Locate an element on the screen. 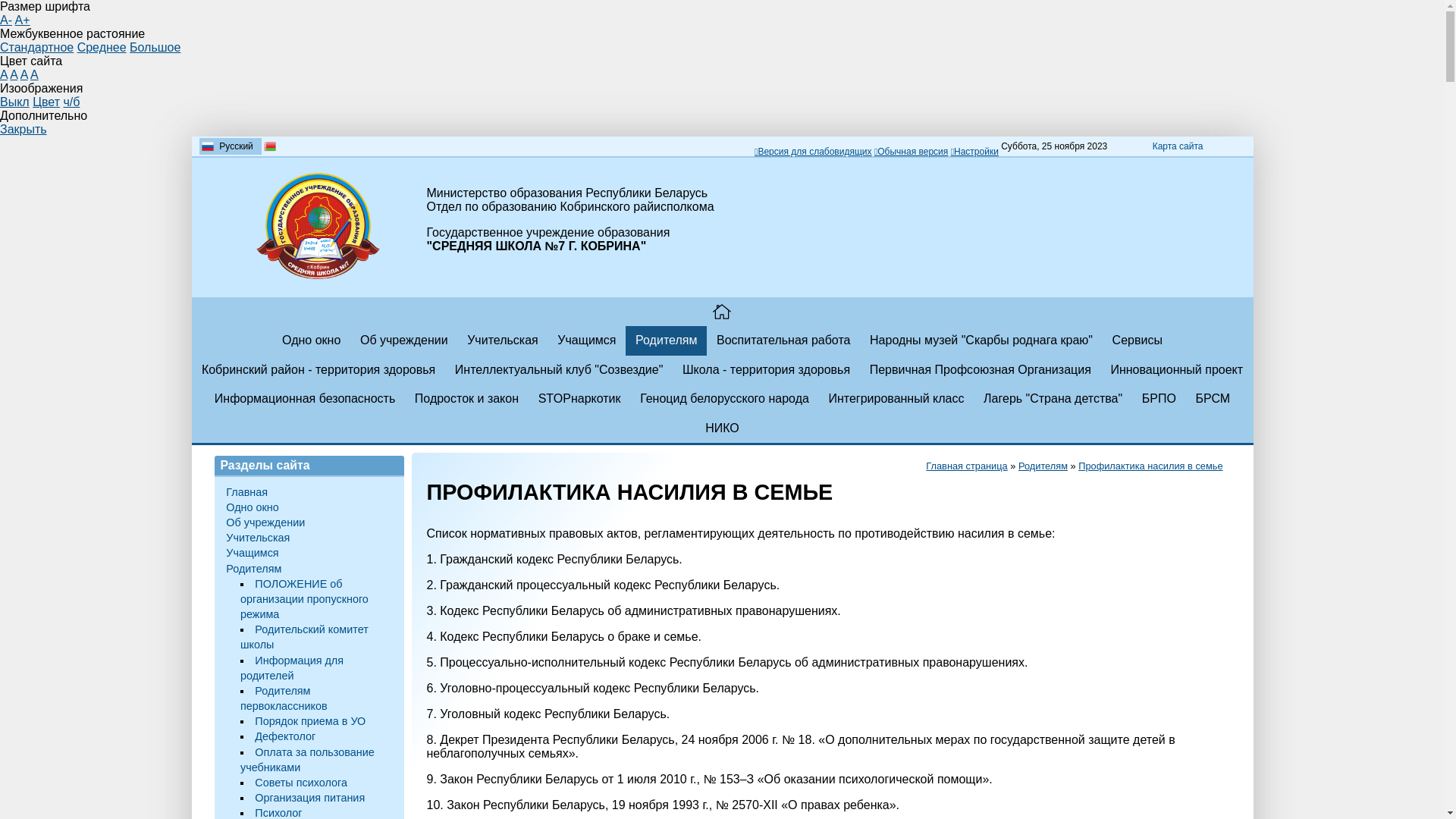 The height and width of the screenshot is (819, 1456). 'A' is located at coordinates (10, 74).